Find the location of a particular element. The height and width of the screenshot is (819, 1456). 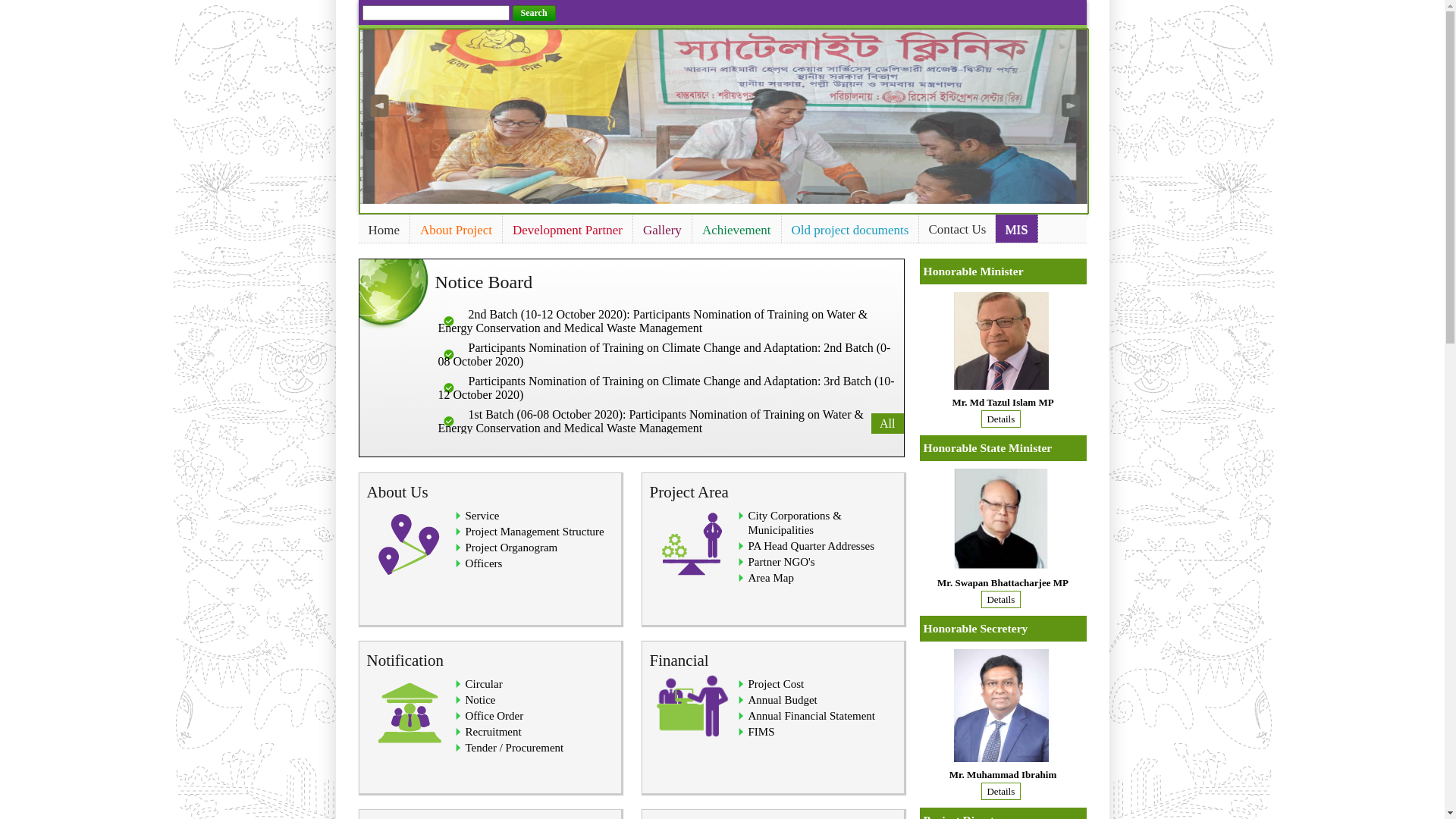

'Tender / Procurement' is located at coordinates (514, 747).